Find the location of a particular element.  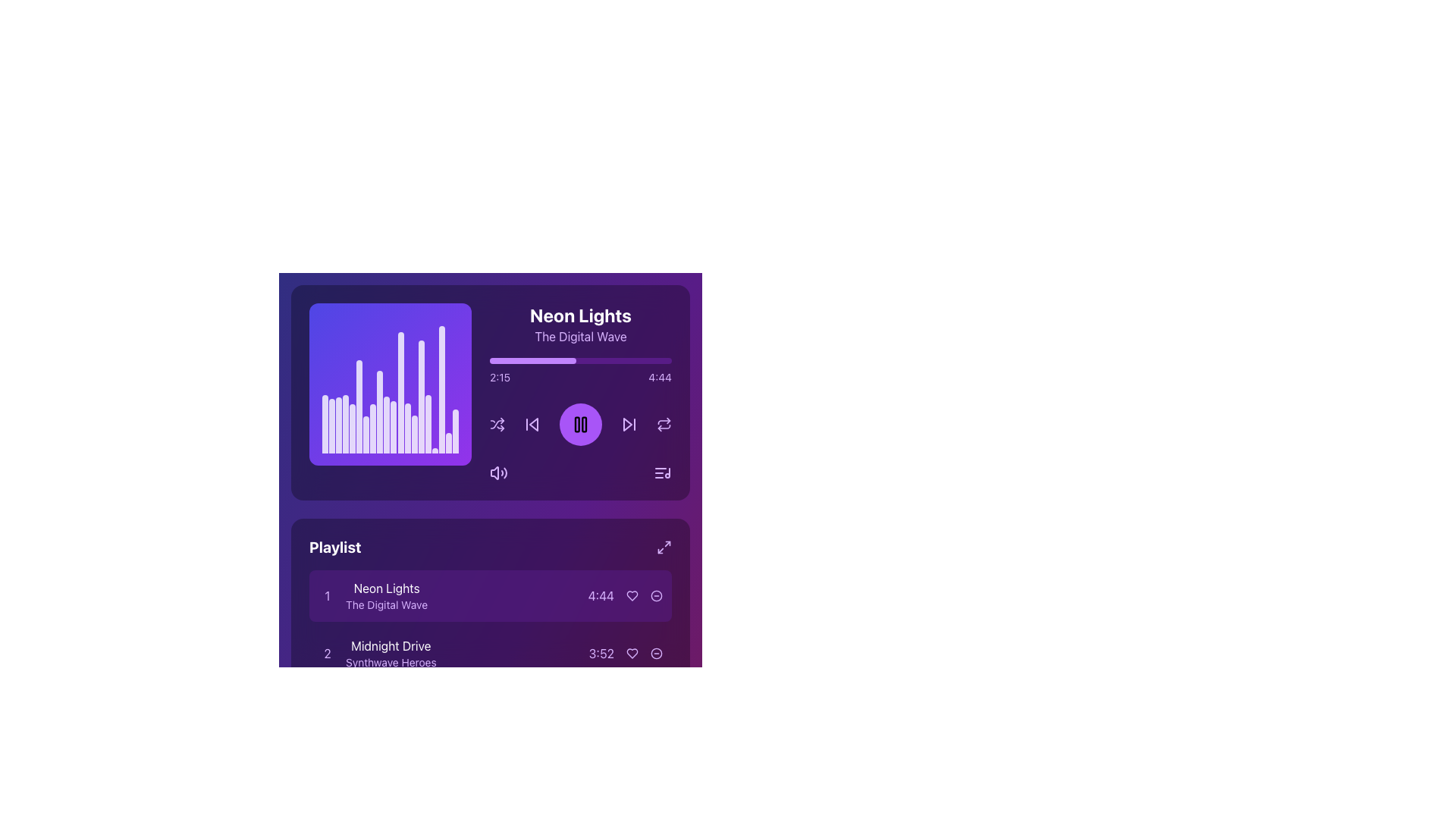

to select the playlist entry titled 'Midnight Drive' by 'Synthwave Heroes', which is the second entry in the list is located at coordinates (377, 652).